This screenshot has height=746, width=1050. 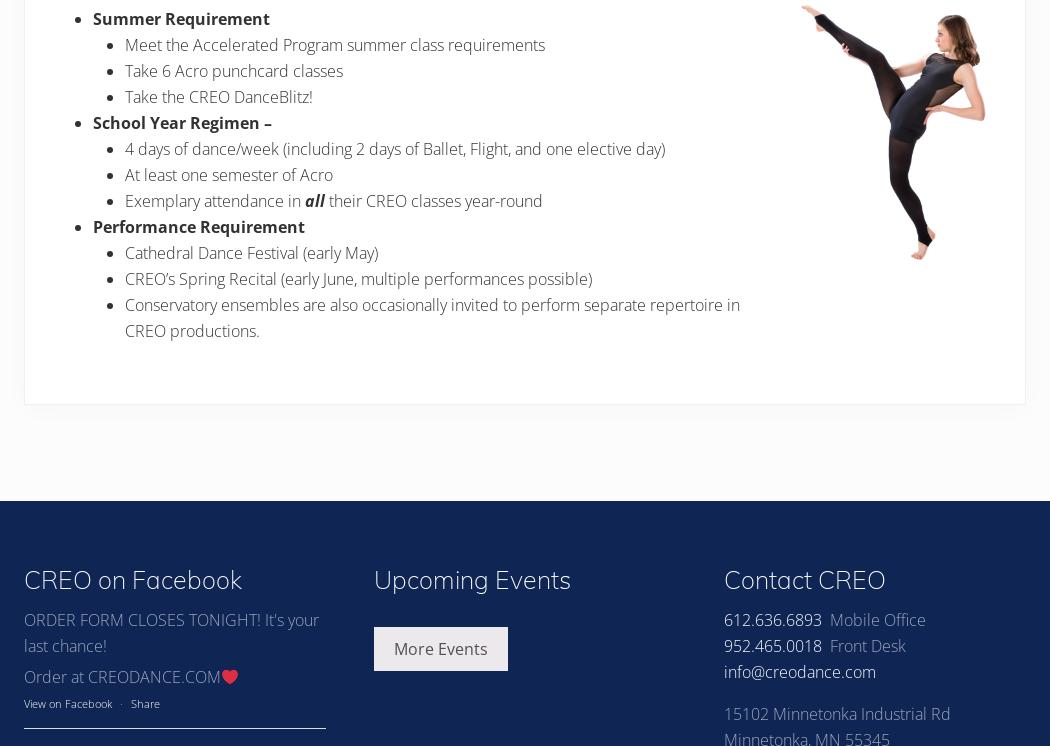 What do you see at coordinates (132, 578) in the screenshot?
I see `'CREO on Facebook'` at bounding box center [132, 578].